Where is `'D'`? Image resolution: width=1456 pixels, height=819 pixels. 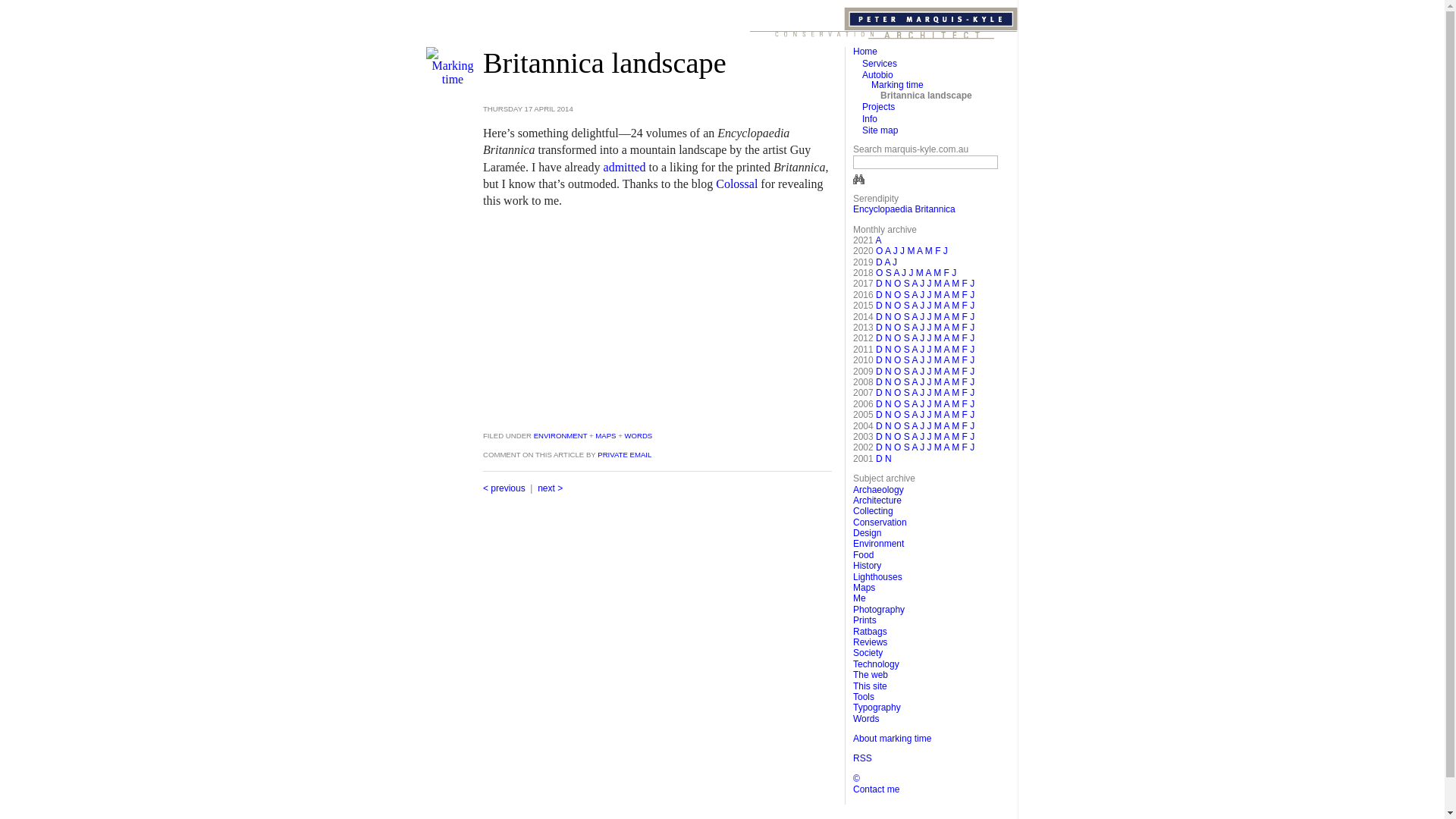 'D' is located at coordinates (876, 458).